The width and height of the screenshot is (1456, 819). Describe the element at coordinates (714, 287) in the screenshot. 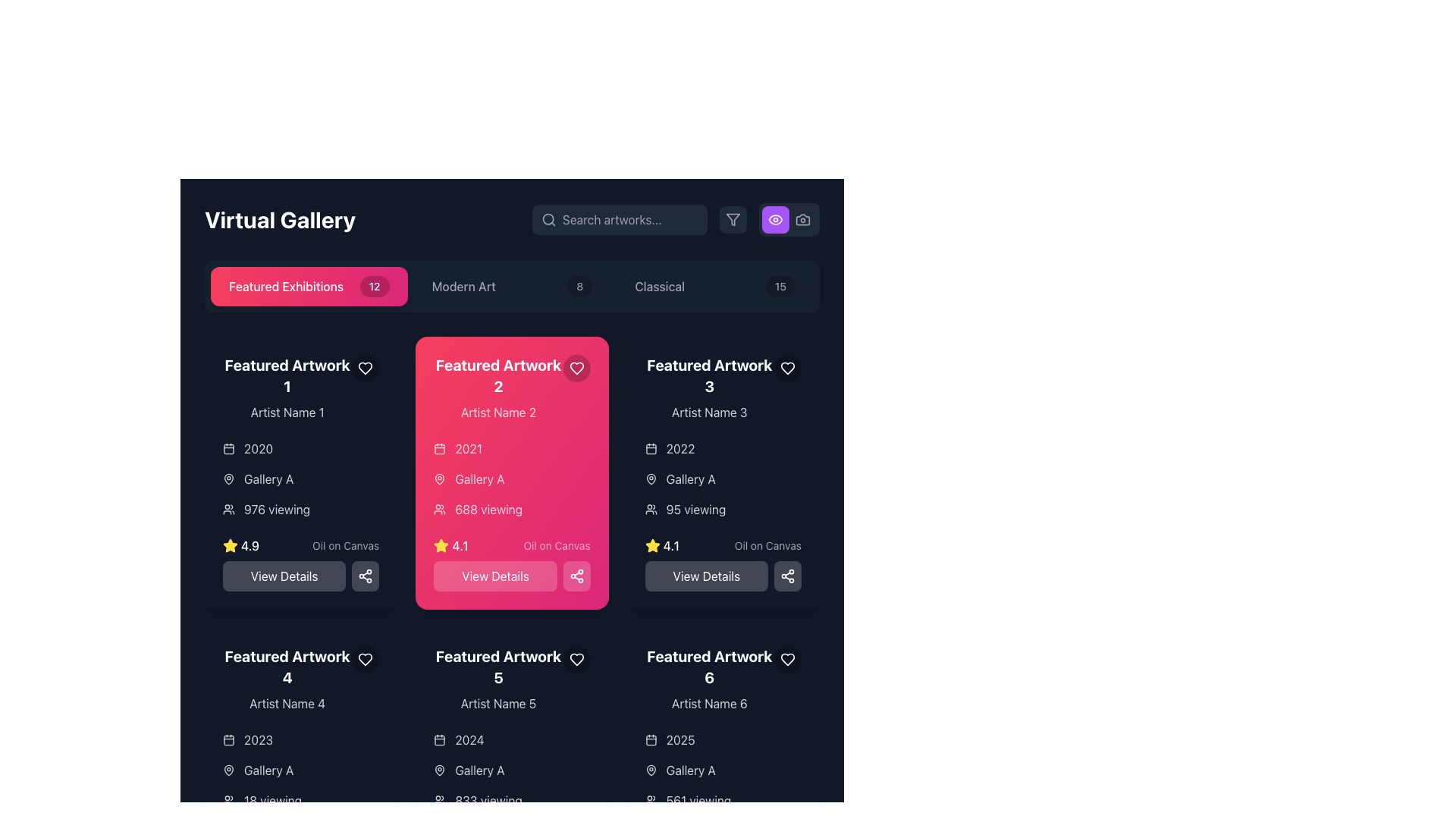

I see `the third button labeled 'Classical' in the gallery interface` at that location.